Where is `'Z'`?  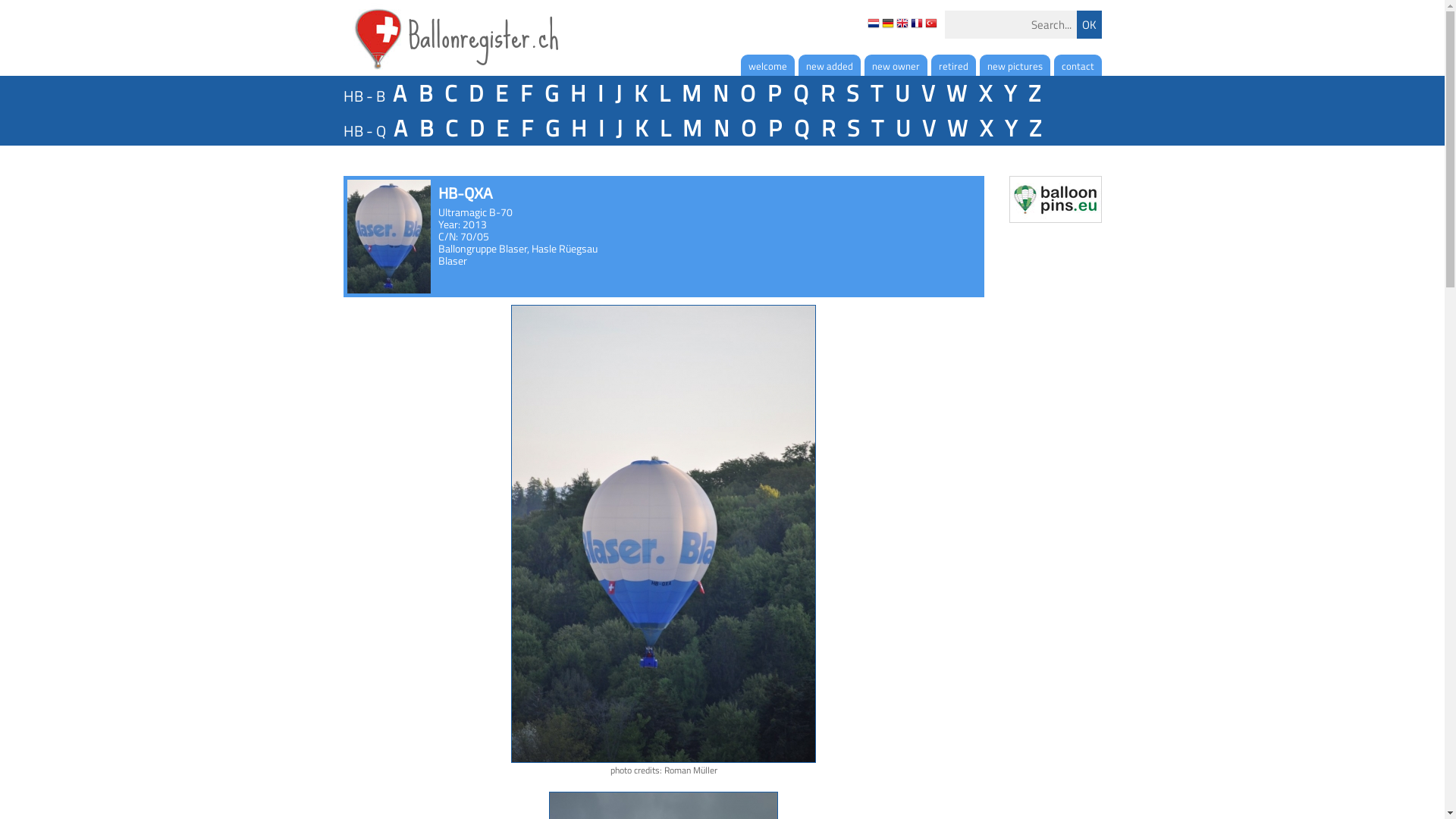 'Z' is located at coordinates (1033, 127).